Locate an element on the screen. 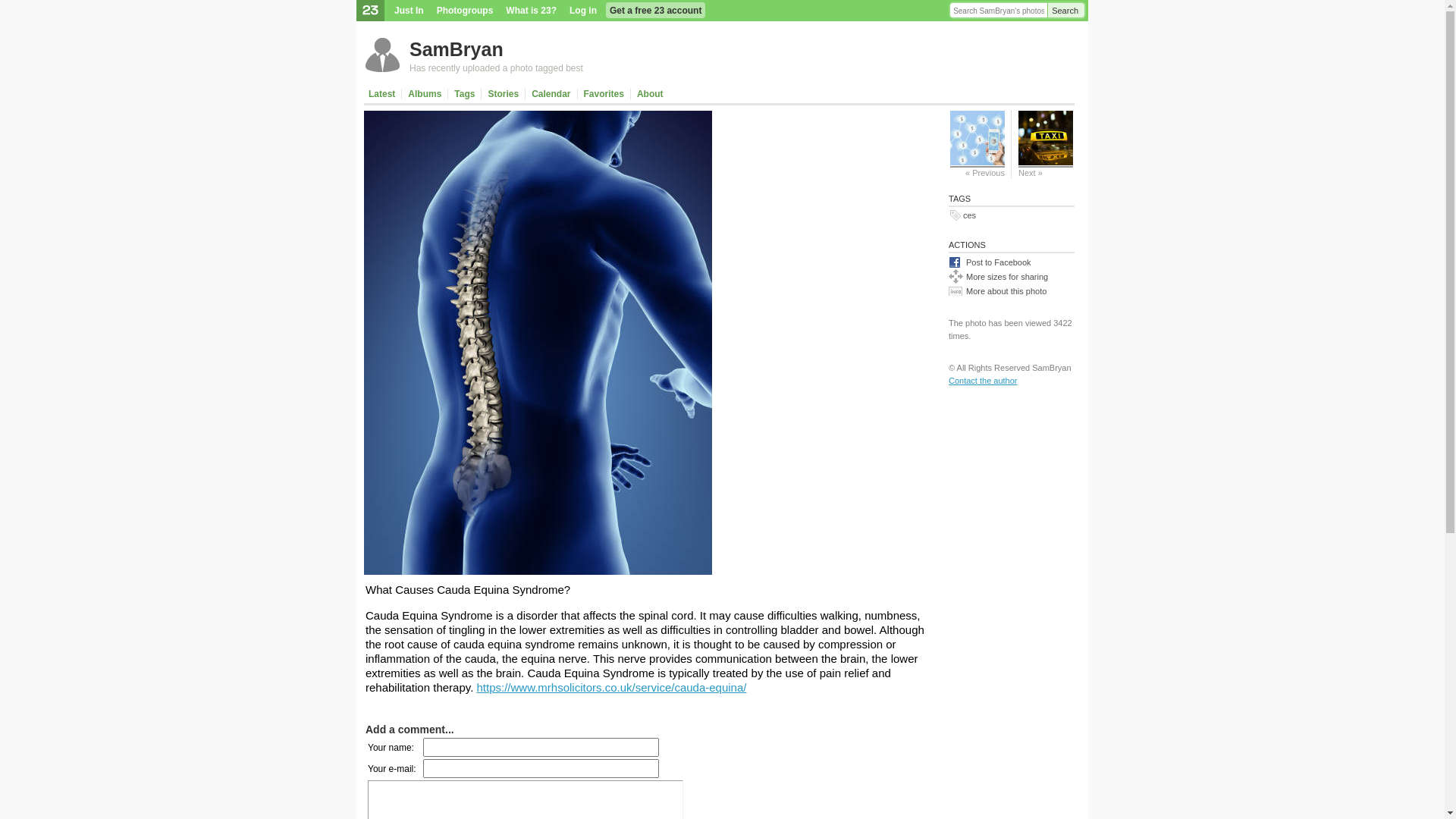  'Latest' is located at coordinates (366, 93).